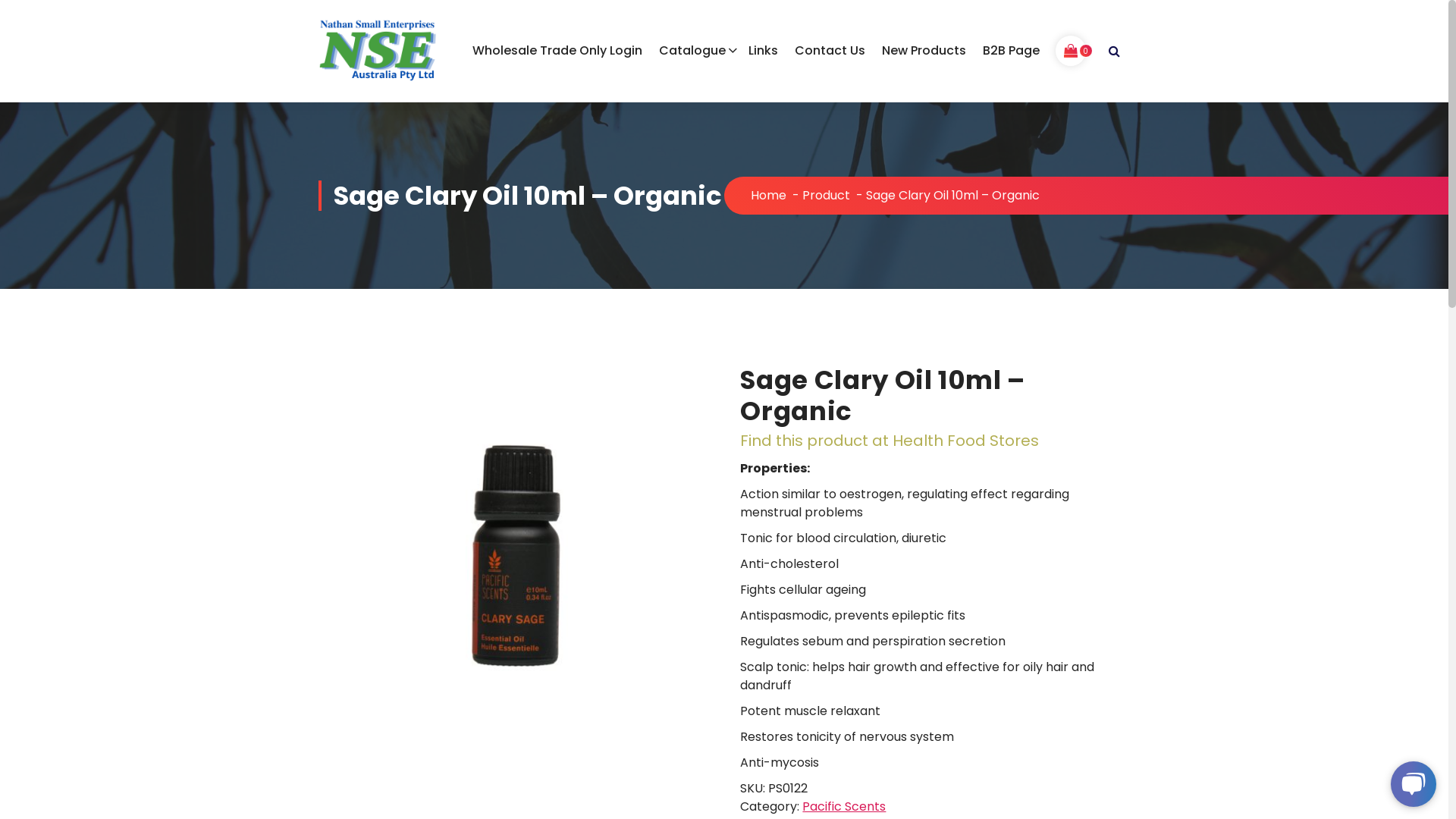 The width and height of the screenshot is (1456, 819). Describe the element at coordinates (1069, 49) in the screenshot. I see `'0'` at that location.